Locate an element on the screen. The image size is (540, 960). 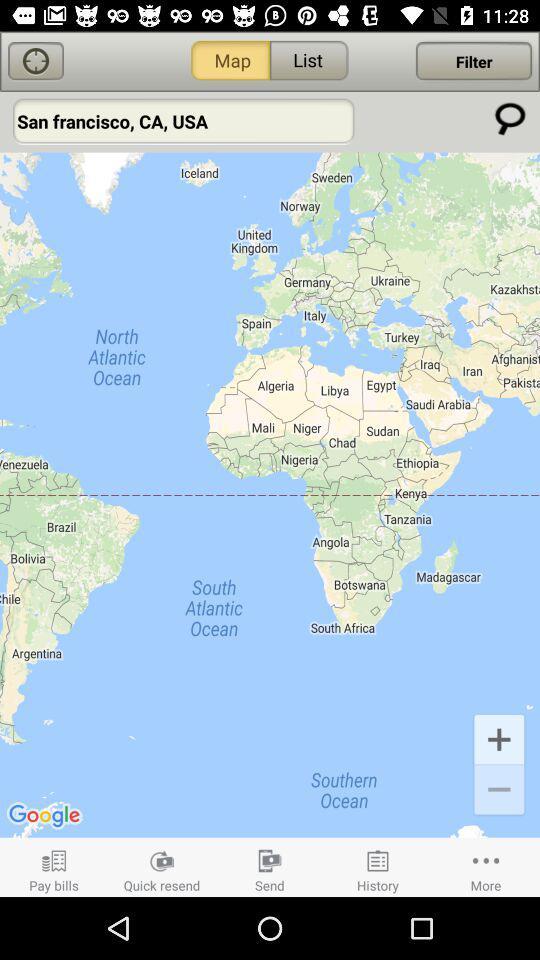
search option is located at coordinates (510, 118).